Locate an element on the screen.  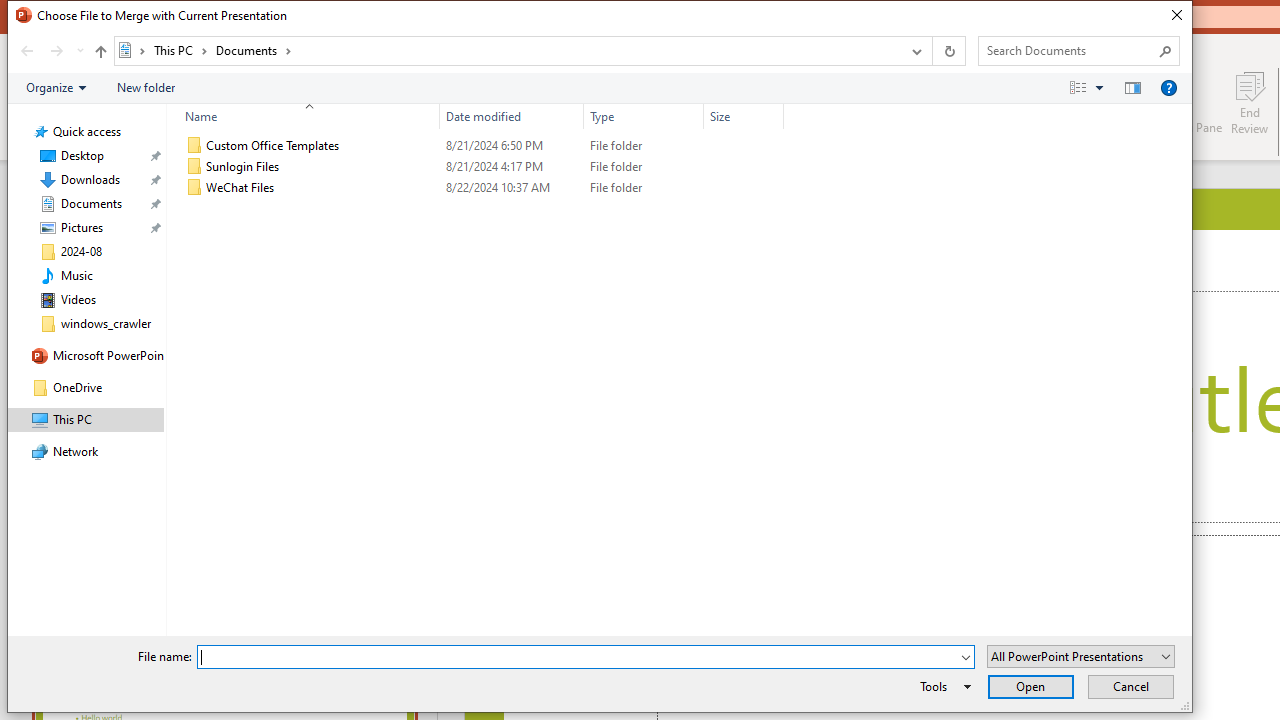
'Back (Alt + Left Arrow)' is located at coordinates (26, 50).